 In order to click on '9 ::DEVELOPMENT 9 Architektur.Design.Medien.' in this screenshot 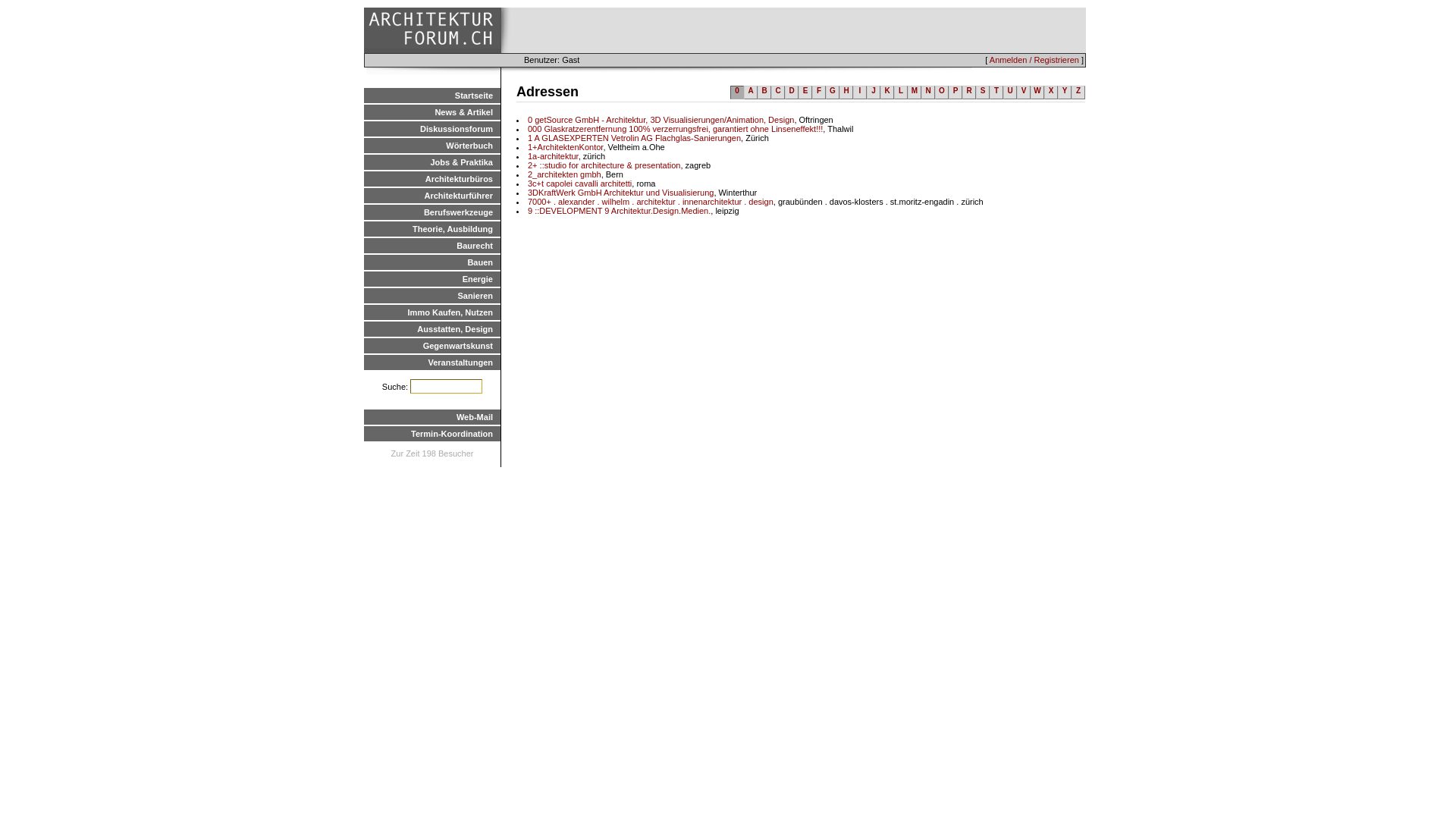, I will do `click(619, 210)`.